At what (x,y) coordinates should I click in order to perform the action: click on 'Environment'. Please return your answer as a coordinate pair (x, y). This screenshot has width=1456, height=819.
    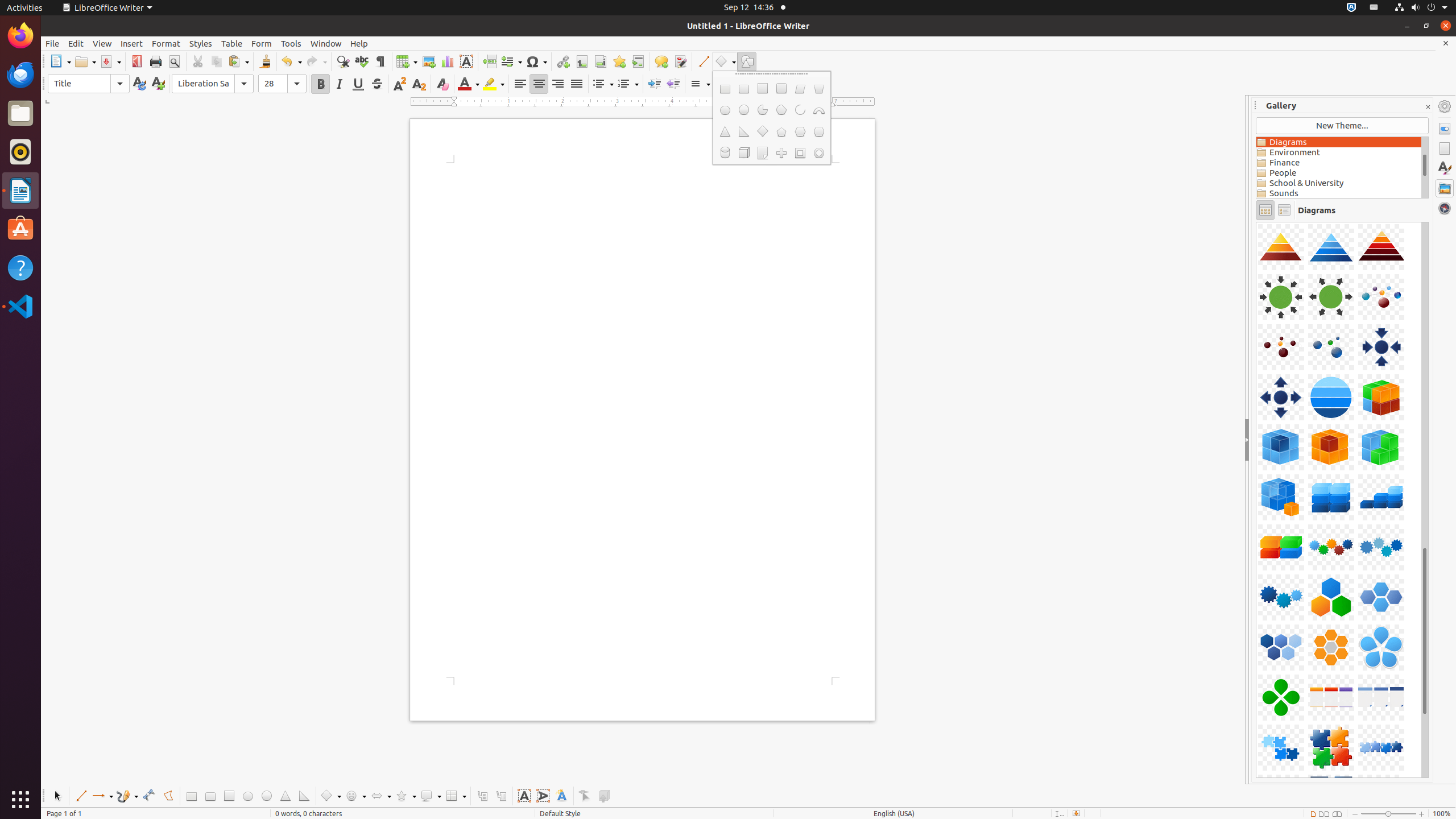
    Looking at the image, I should click on (1338, 152).